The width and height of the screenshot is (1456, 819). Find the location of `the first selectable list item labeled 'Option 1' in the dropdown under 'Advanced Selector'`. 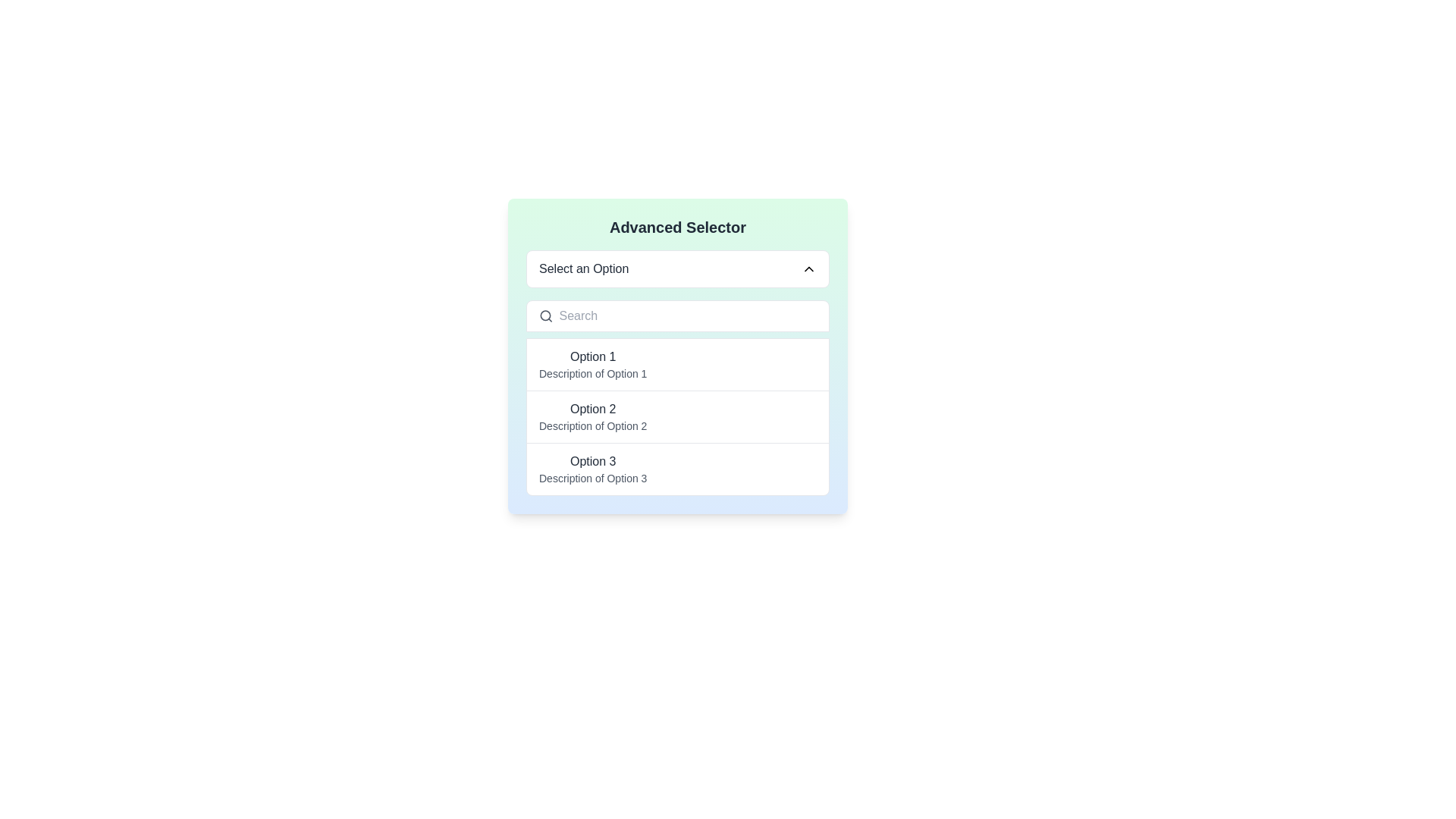

the first selectable list item labeled 'Option 1' in the dropdown under 'Advanced Selector' is located at coordinates (592, 365).